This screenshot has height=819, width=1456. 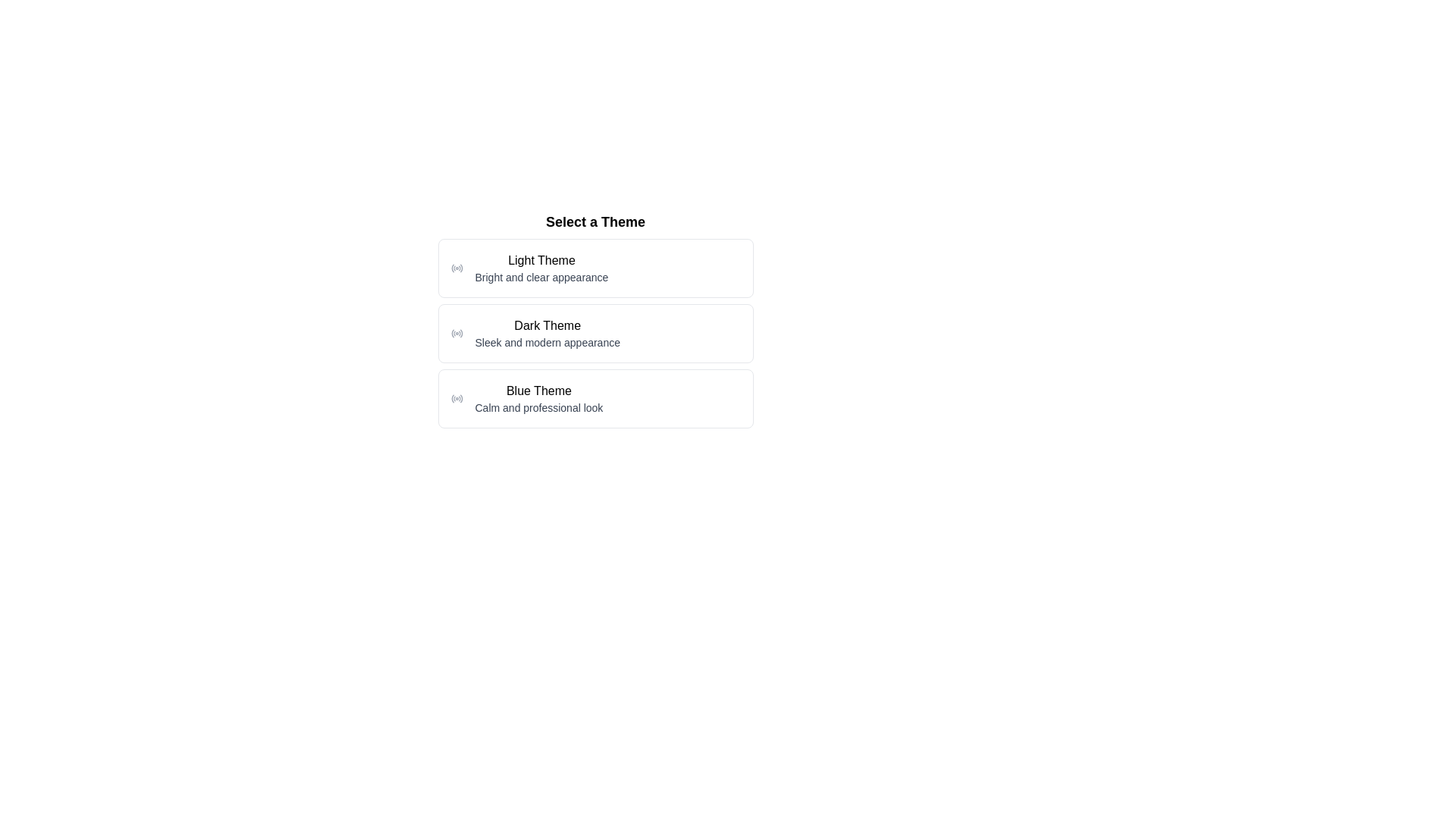 I want to click on the first card in the vertical stack that allows selecting the 'Light Theme' in the application, located just below the 'Select a Theme' heading, so click(x=595, y=268).